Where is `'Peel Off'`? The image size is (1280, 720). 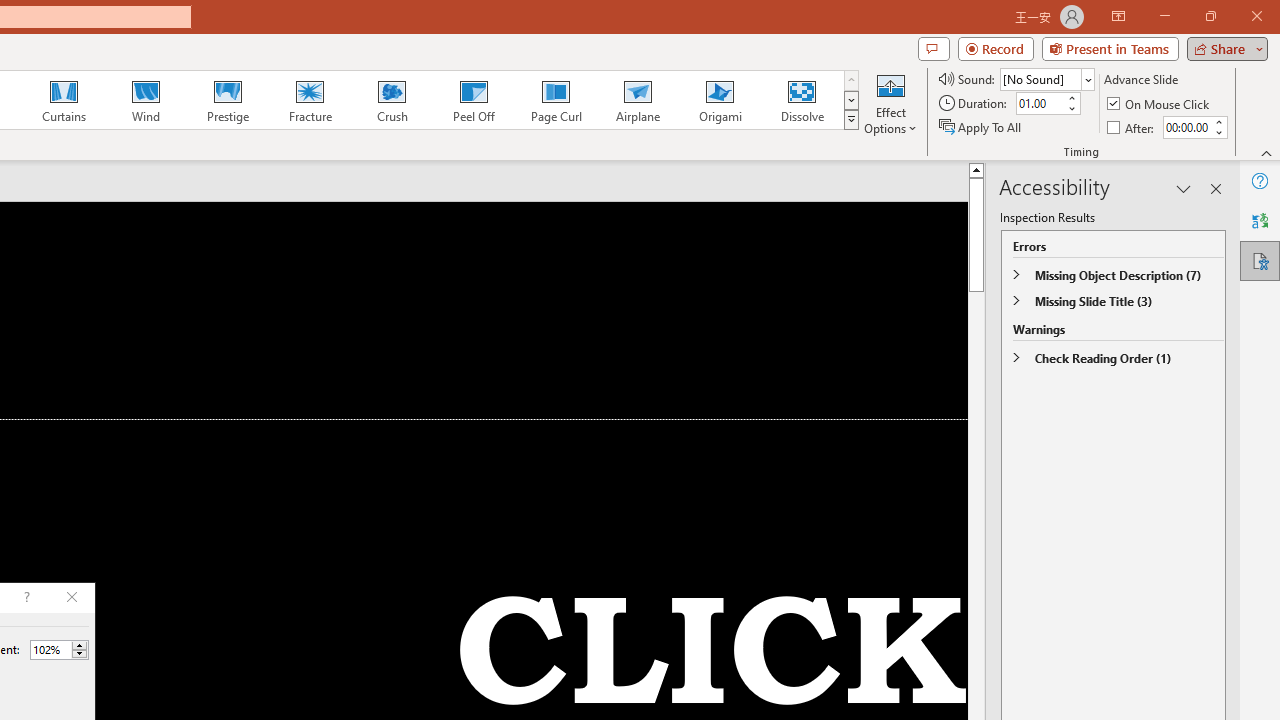 'Peel Off' is located at coordinates (472, 100).